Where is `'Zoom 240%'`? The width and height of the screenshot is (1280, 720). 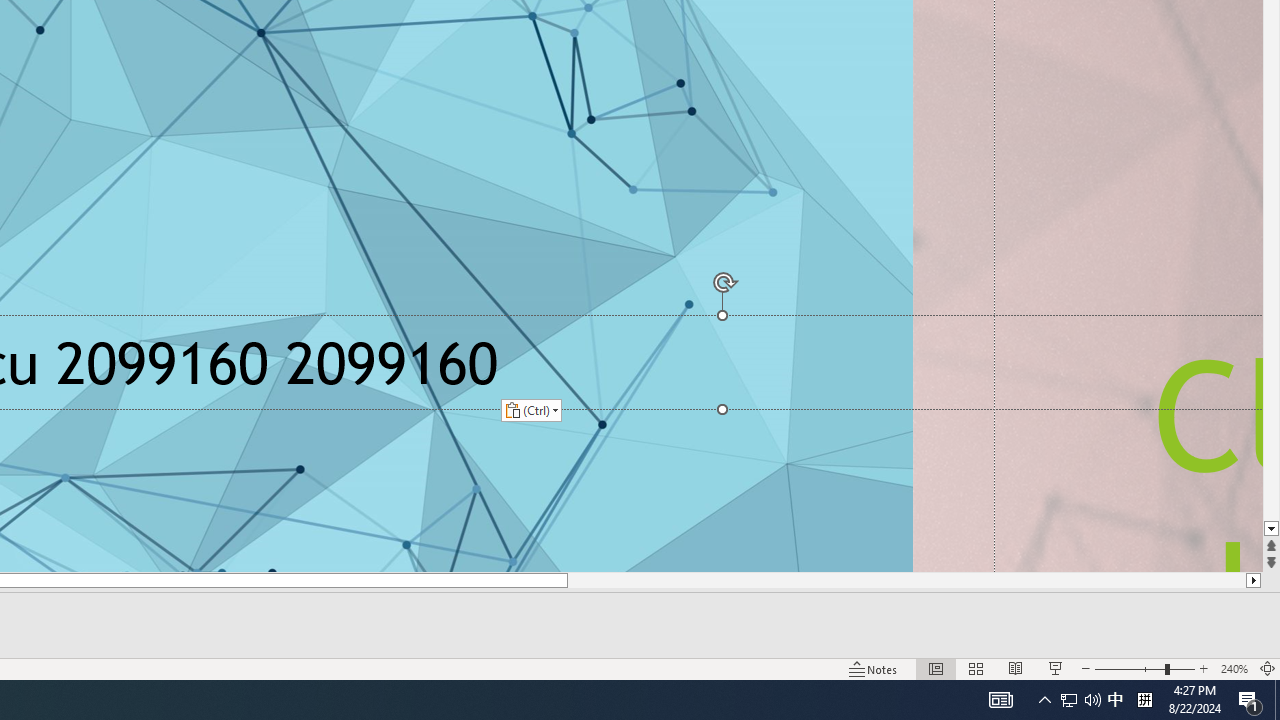 'Zoom 240%' is located at coordinates (1233, 669).